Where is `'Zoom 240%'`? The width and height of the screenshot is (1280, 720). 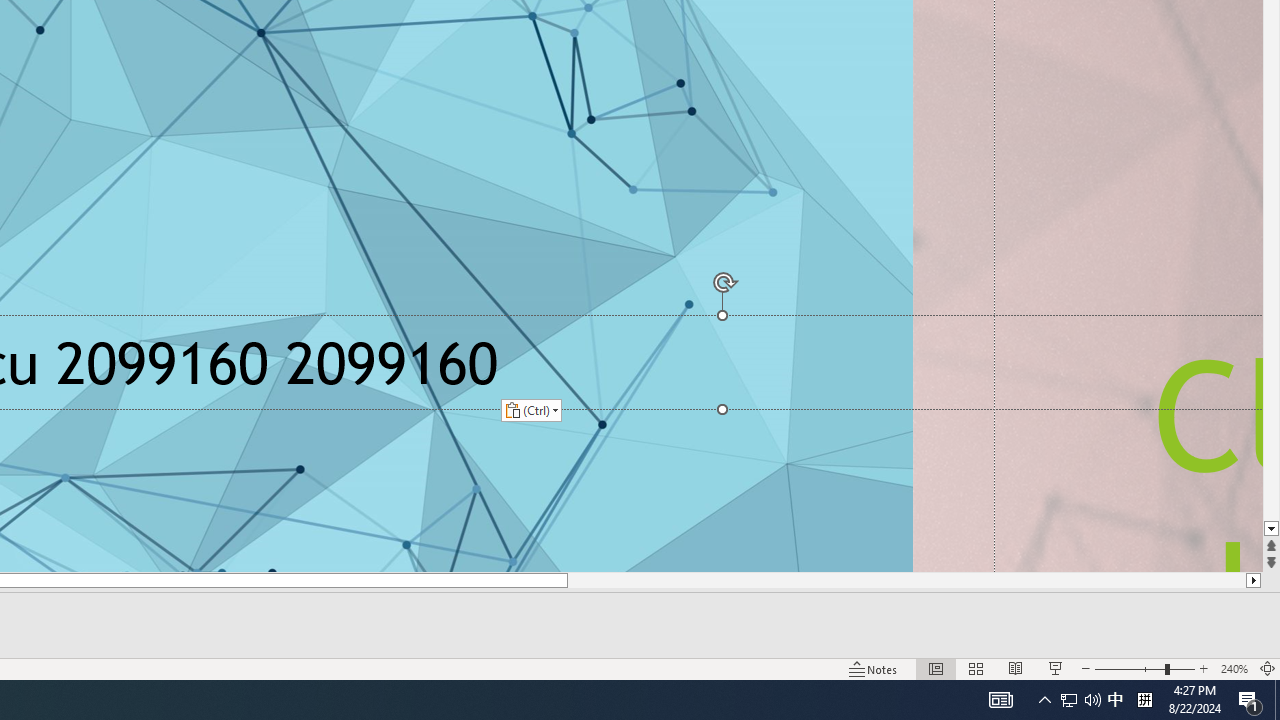 'Zoom 240%' is located at coordinates (1233, 669).